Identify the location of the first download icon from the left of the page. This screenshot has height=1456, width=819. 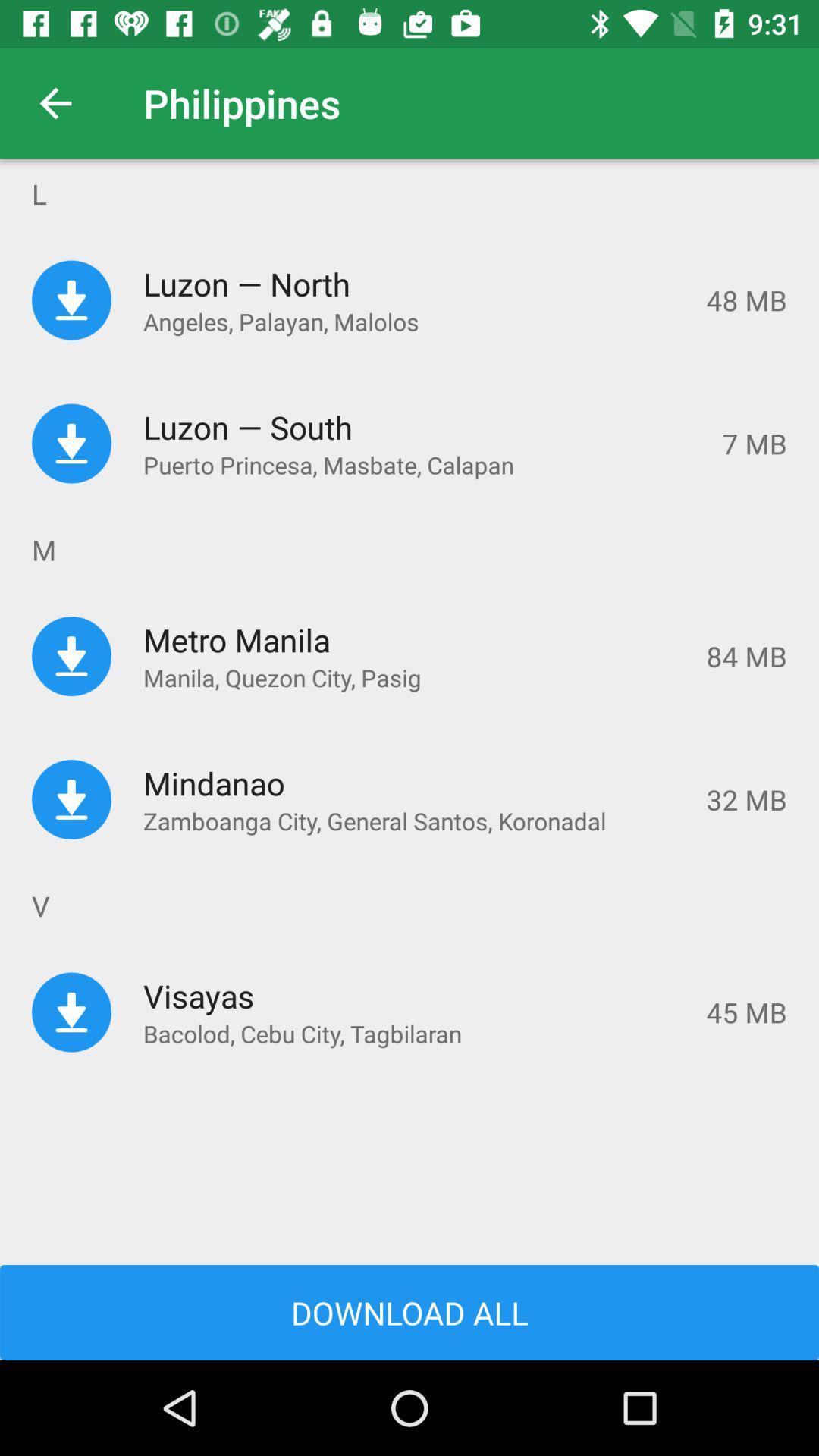
(71, 300).